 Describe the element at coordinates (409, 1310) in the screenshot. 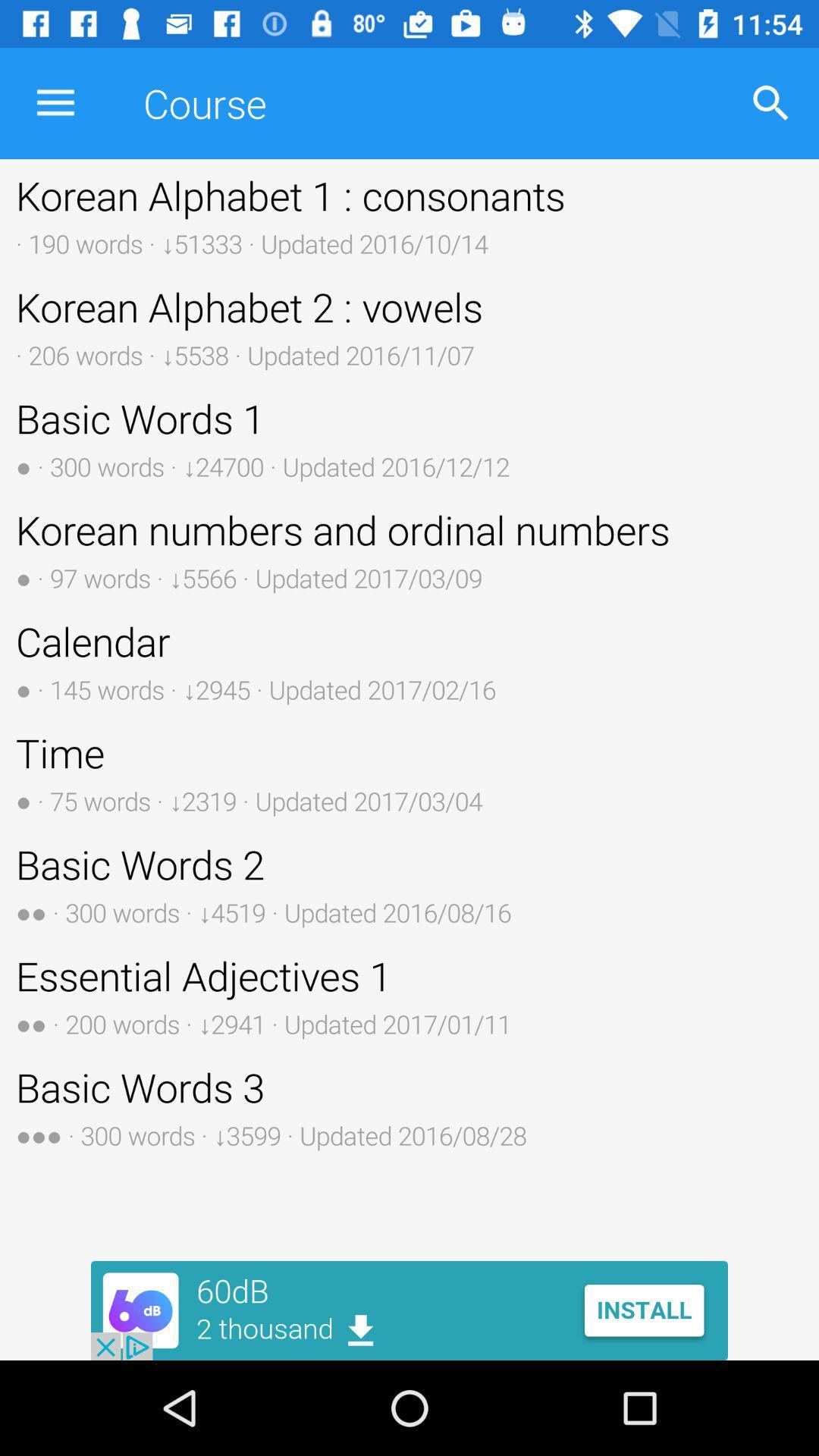

I see `advertisement bar` at that location.